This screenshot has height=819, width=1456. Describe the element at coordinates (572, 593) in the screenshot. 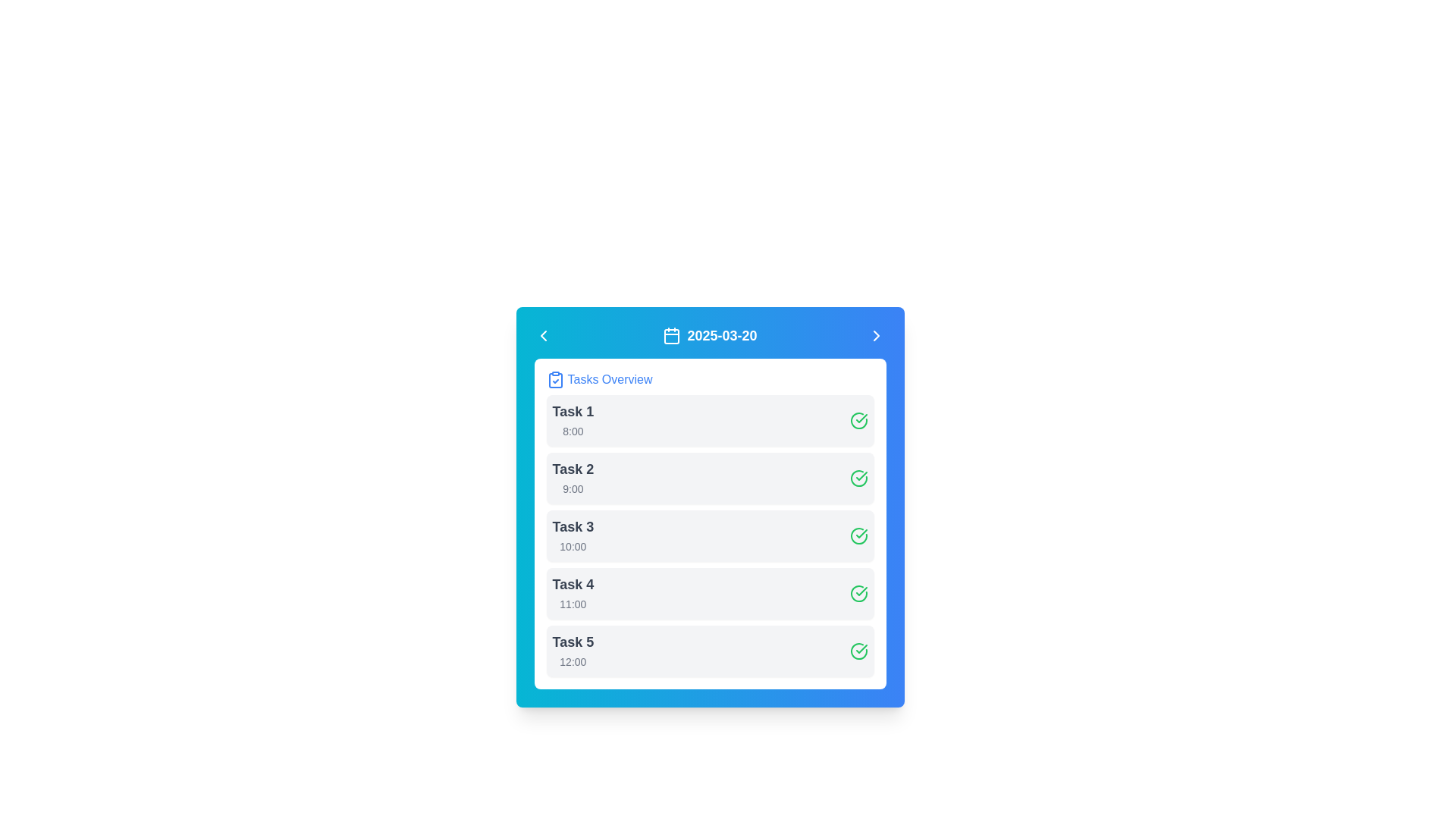

I see `the 'Task 4' text display` at that location.